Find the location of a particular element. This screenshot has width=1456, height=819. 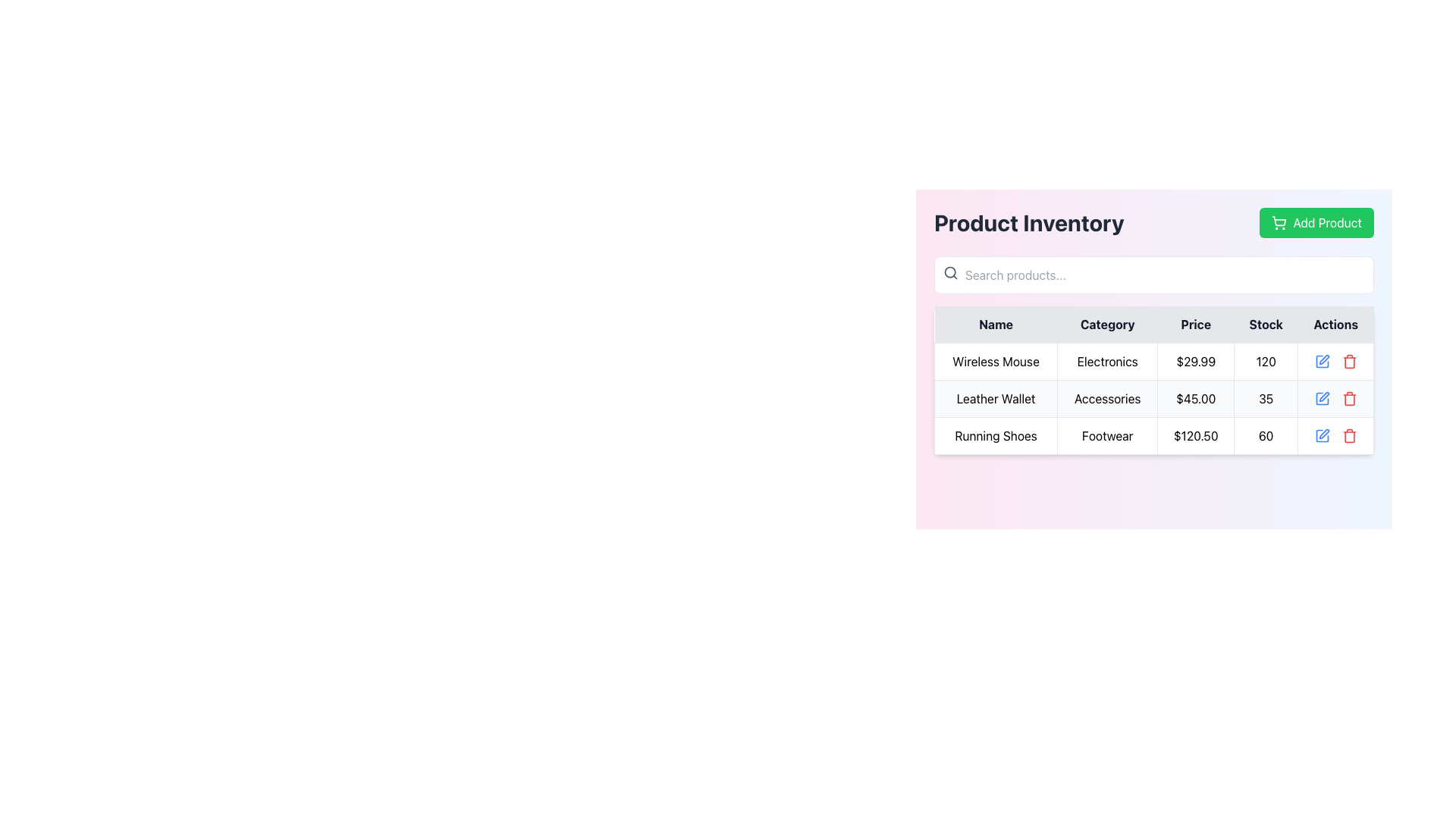

the 'Accessories' category label in the second row of the table under the 'Category' column is located at coordinates (1107, 397).